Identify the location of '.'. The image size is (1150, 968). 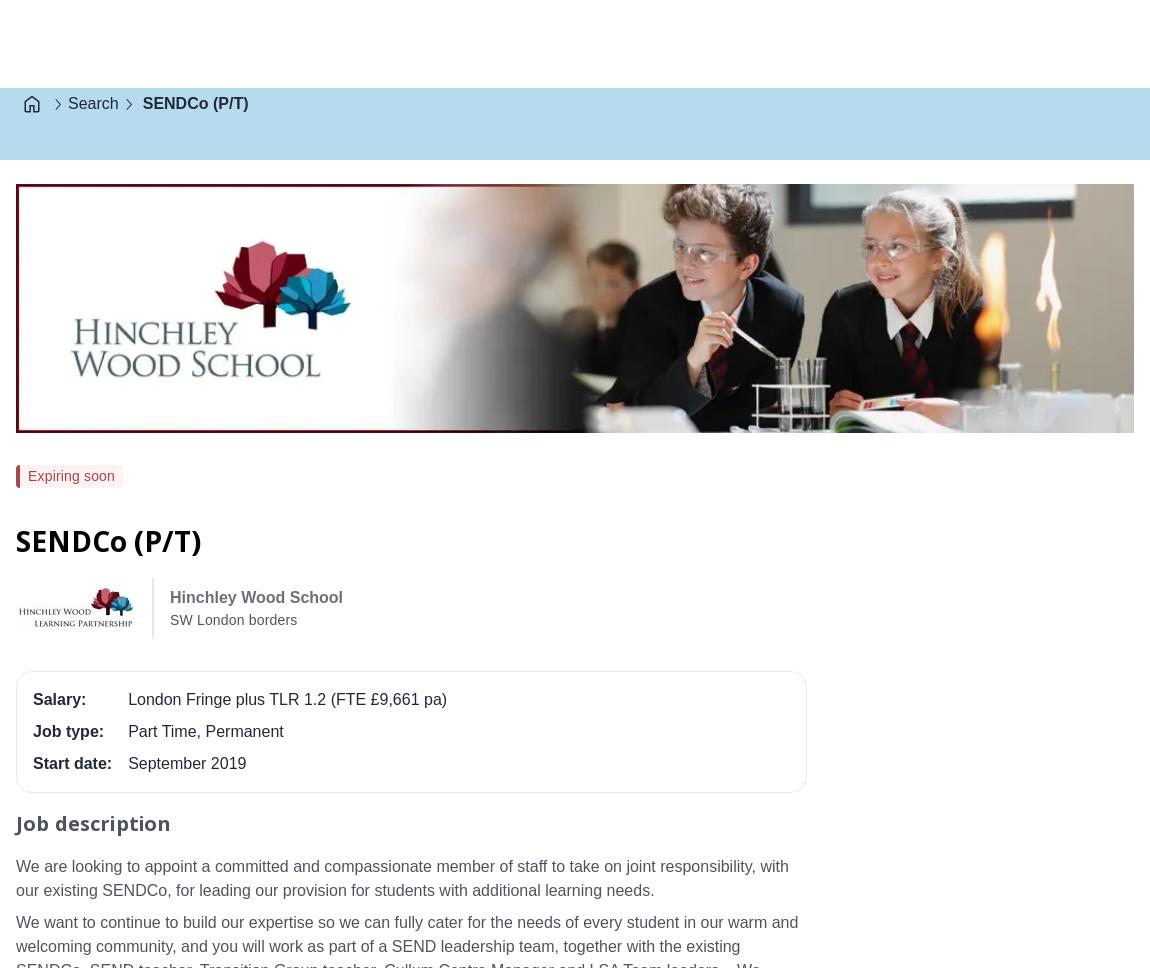
(389, 10).